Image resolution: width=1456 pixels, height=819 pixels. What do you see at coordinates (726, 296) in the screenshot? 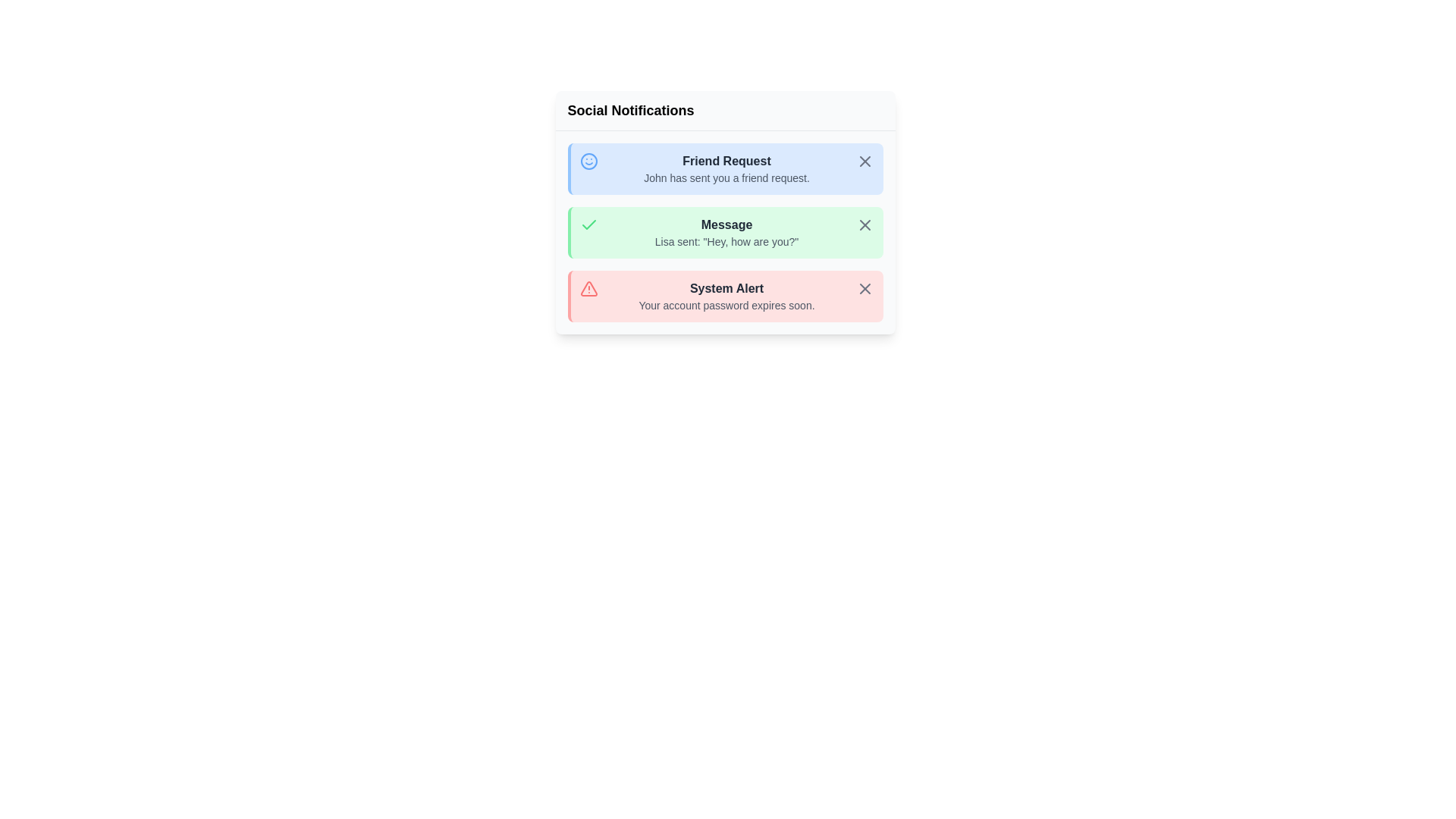
I see `the informational alert notification with a red background, containing the heading 'System Alert' and the text 'Your account password expires soon.'` at bounding box center [726, 296].